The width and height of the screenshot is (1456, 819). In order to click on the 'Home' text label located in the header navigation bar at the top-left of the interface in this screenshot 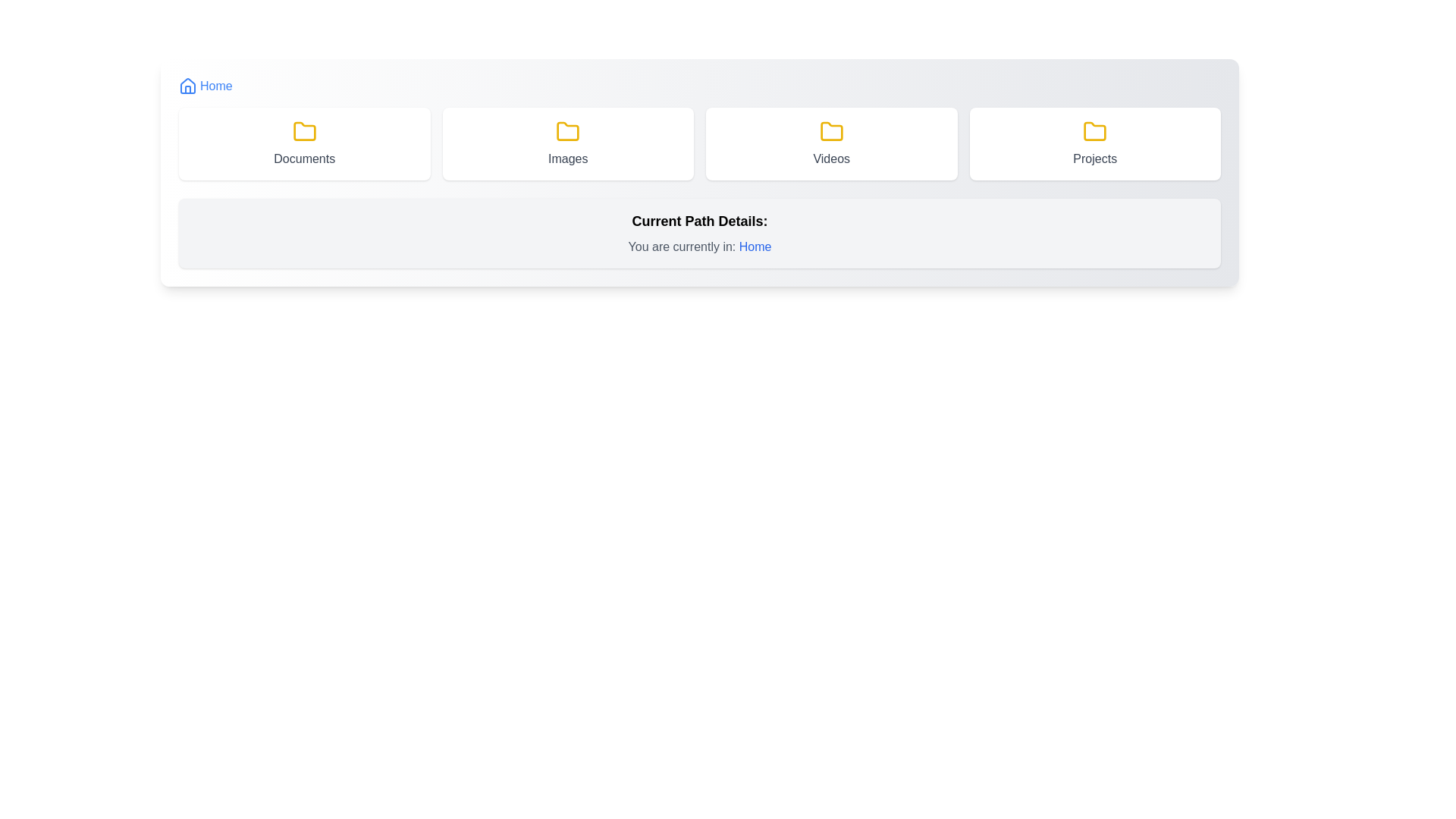, I will do `click(215, 86)`.